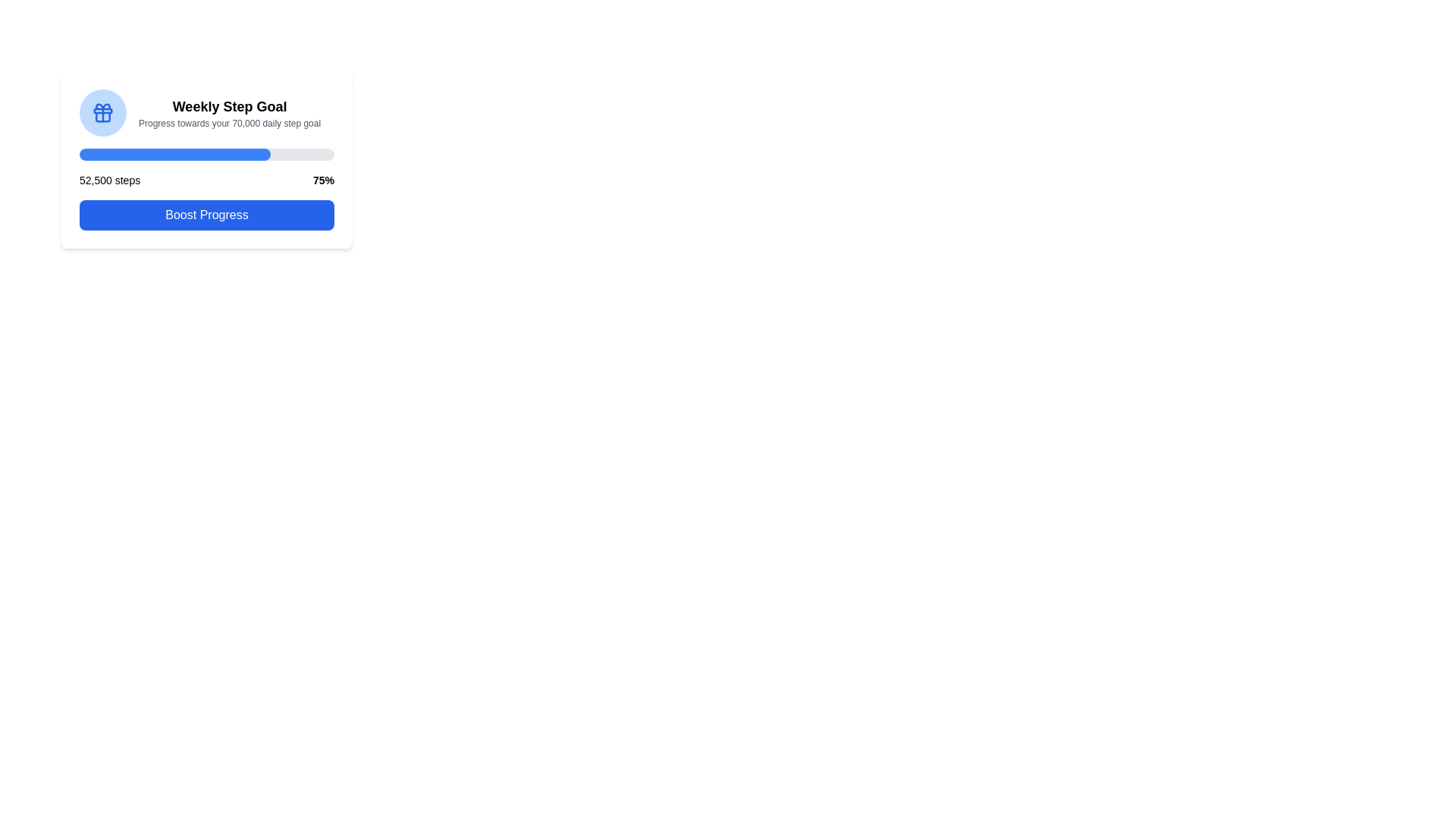  Describe the element at coordinates (228, 122) in the screenshot. I see `information displayed in the text label that shows 'Progress towards your 70,000 daily step goal', located below the 'Weekly Step Goal' heading` at that location.